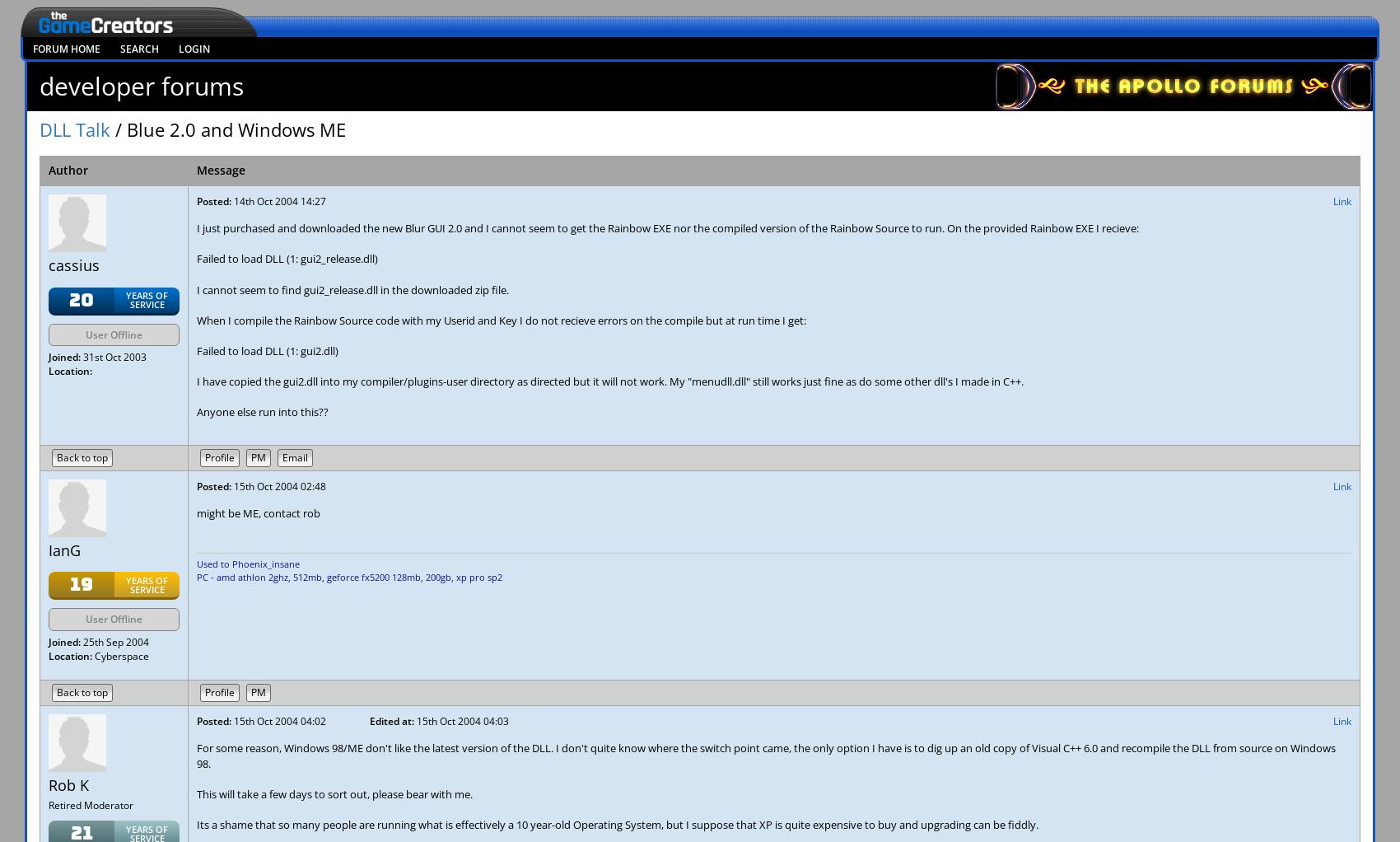 The width and height of the screenshot is (1400, 842). What do you see at coordinates (68, 170) in the screenshot?
I see `'Author'` at bounding box center [68, 170].